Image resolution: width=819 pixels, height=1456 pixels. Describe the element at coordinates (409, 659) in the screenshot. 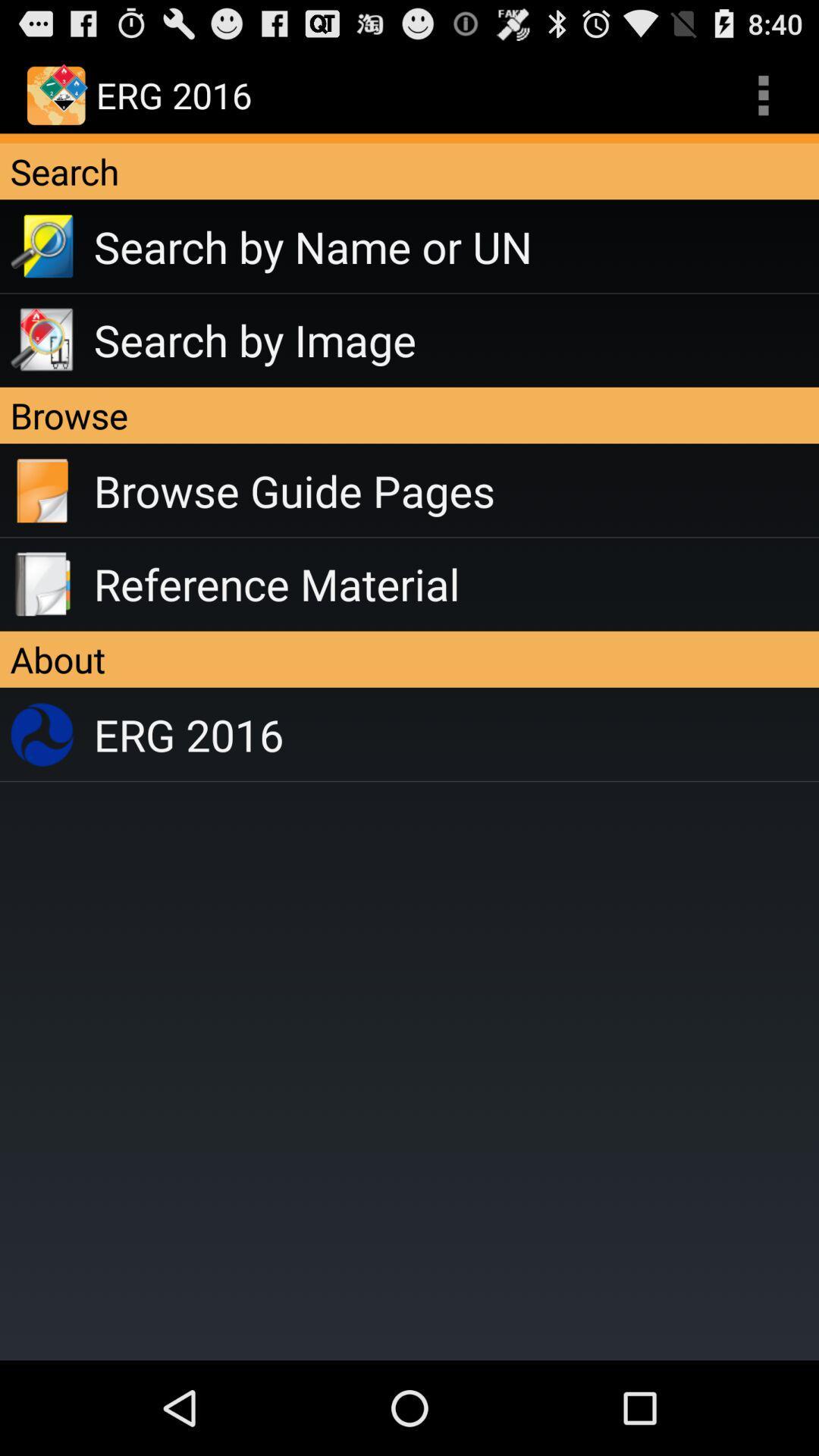

I see `about item` at that location.